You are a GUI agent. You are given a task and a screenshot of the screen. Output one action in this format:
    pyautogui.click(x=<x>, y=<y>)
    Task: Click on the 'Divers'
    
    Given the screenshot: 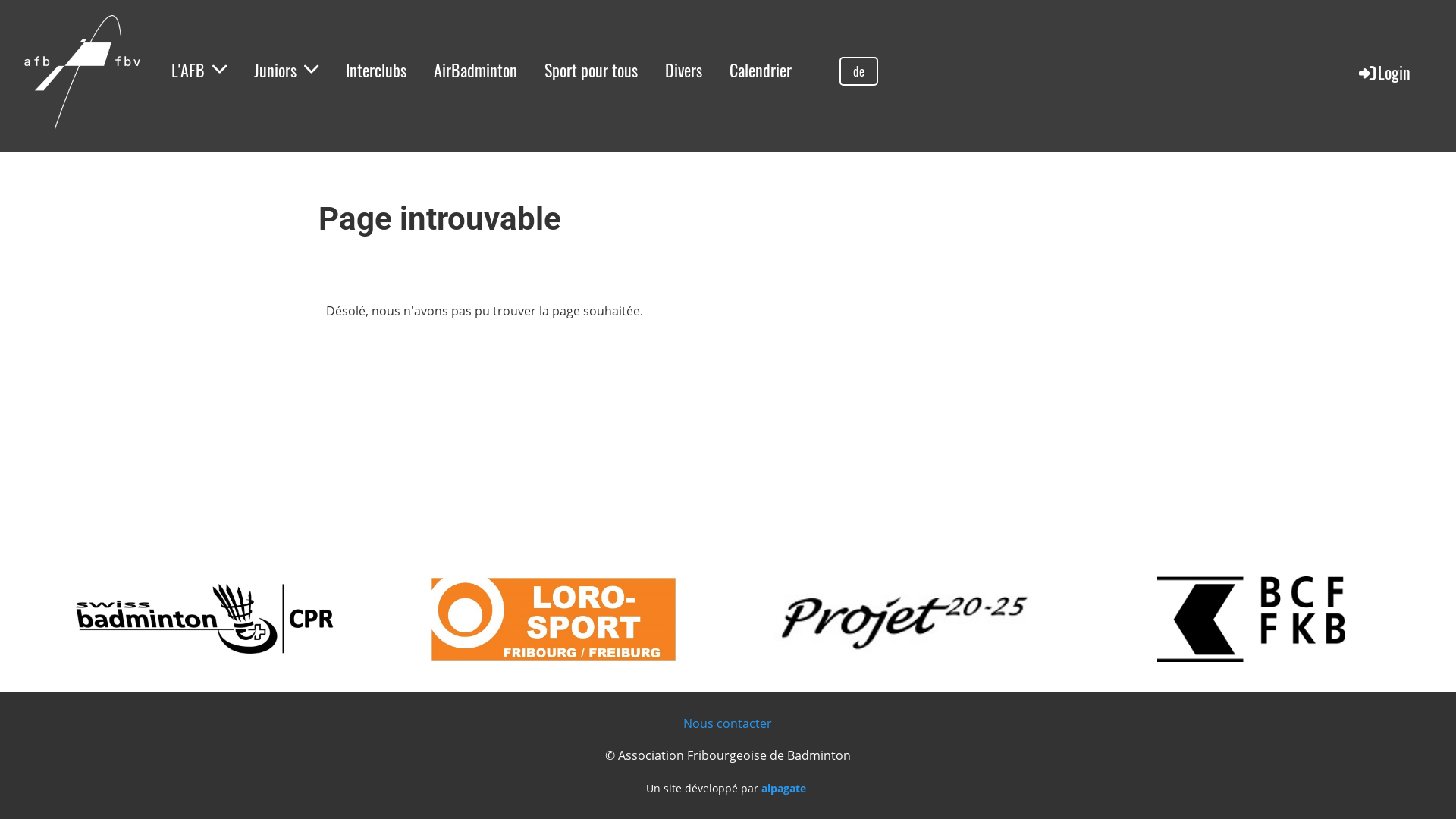 What is the action you would take?
    pyautogui.click(x=682, y=70)
    